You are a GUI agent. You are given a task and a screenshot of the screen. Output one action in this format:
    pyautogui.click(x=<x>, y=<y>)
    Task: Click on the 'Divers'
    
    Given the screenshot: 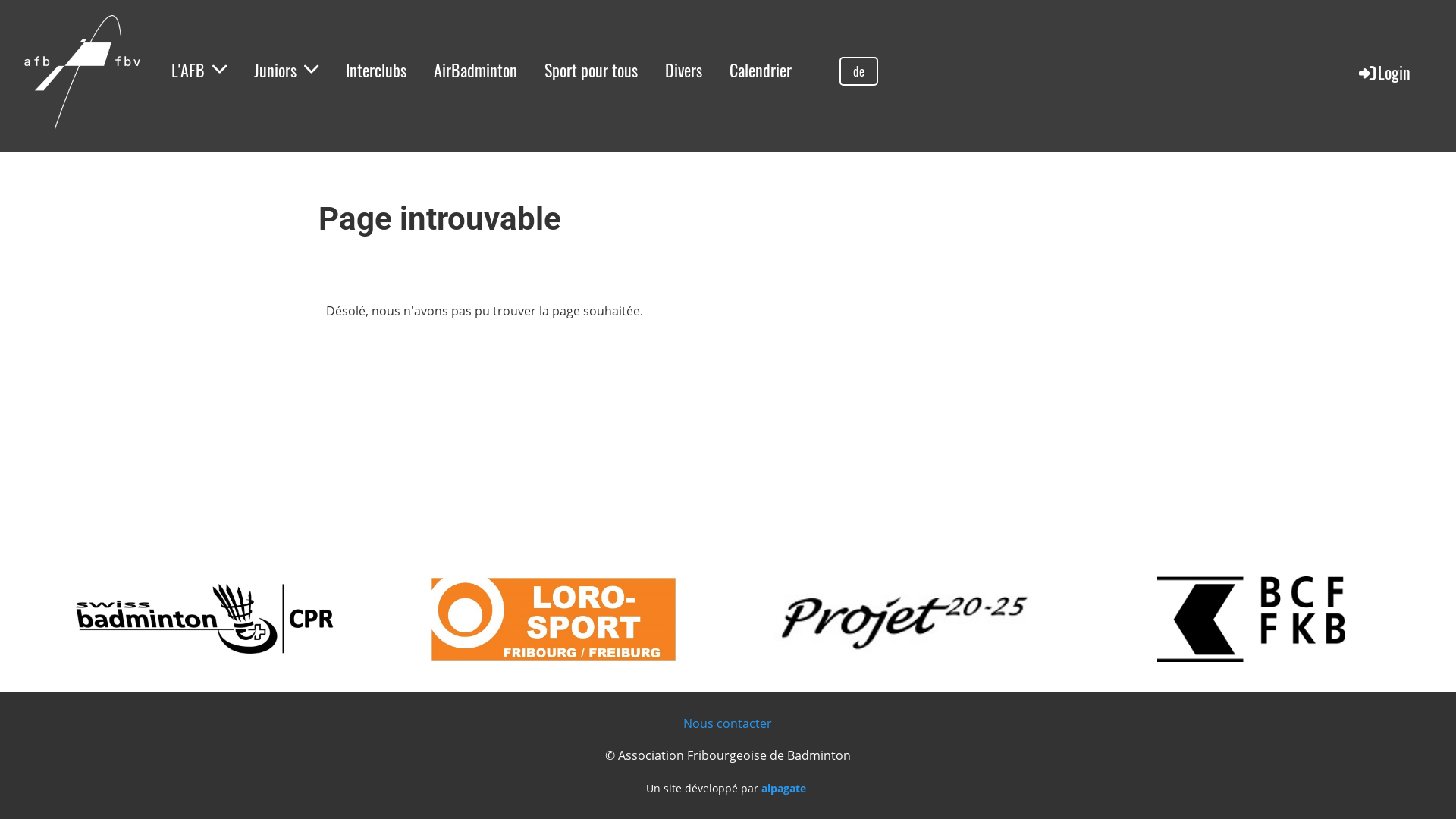 What is the action you would take?
    pyautogui.click(x=682, y=70)
    